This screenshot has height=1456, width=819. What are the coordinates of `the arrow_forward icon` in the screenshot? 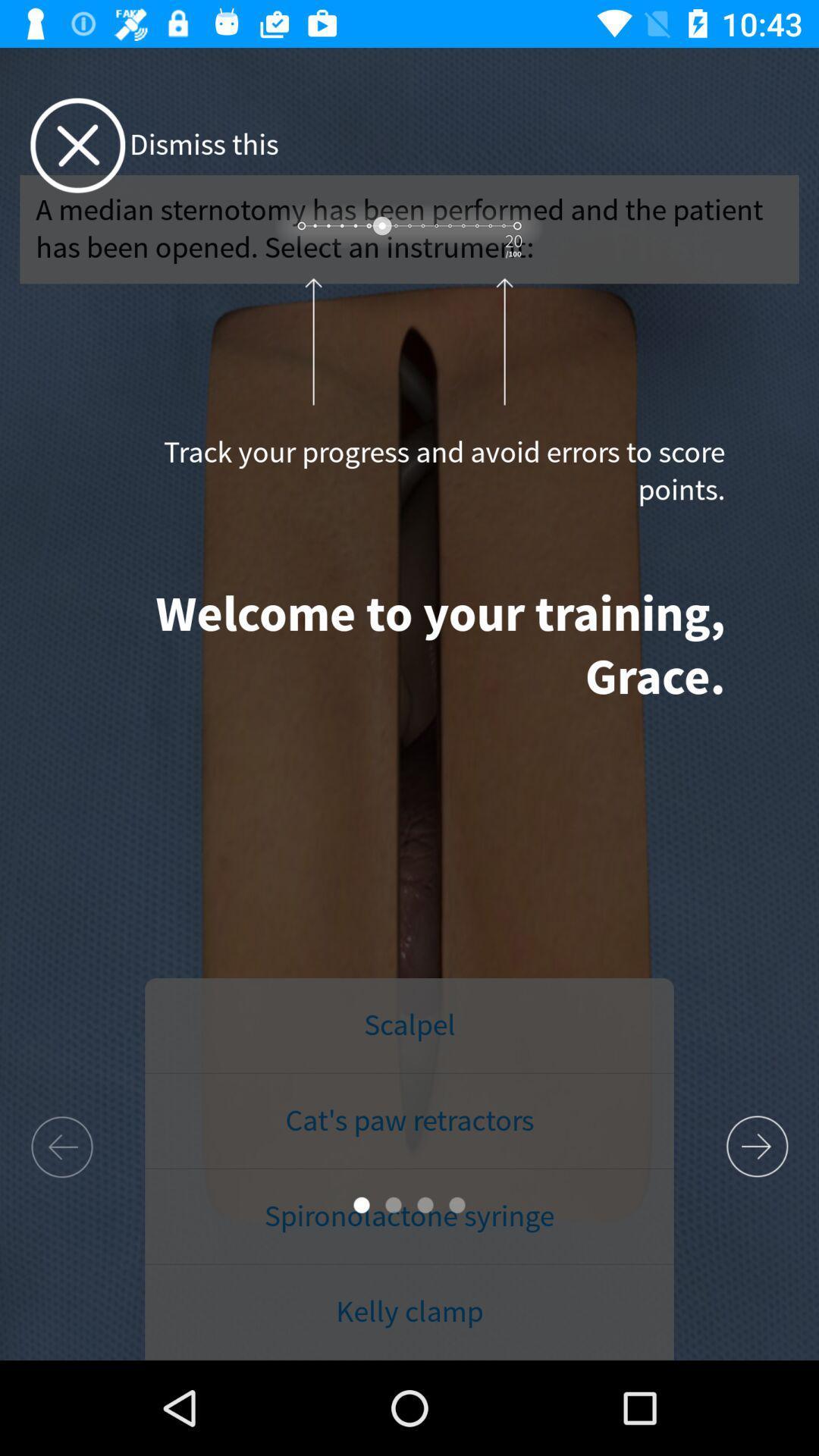 It's located at (757, 1147).